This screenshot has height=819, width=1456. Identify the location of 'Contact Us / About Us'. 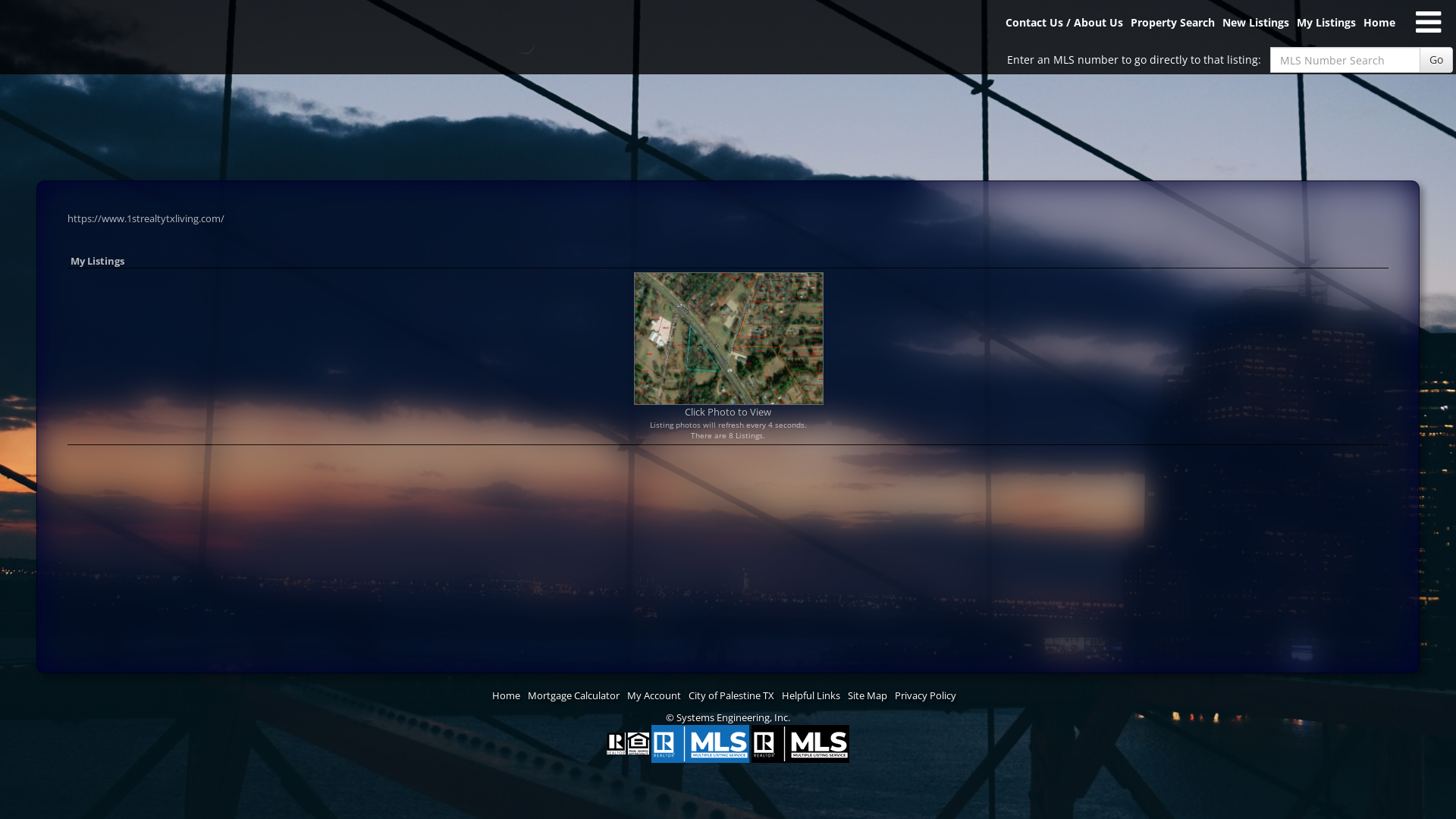
(1063, 28).